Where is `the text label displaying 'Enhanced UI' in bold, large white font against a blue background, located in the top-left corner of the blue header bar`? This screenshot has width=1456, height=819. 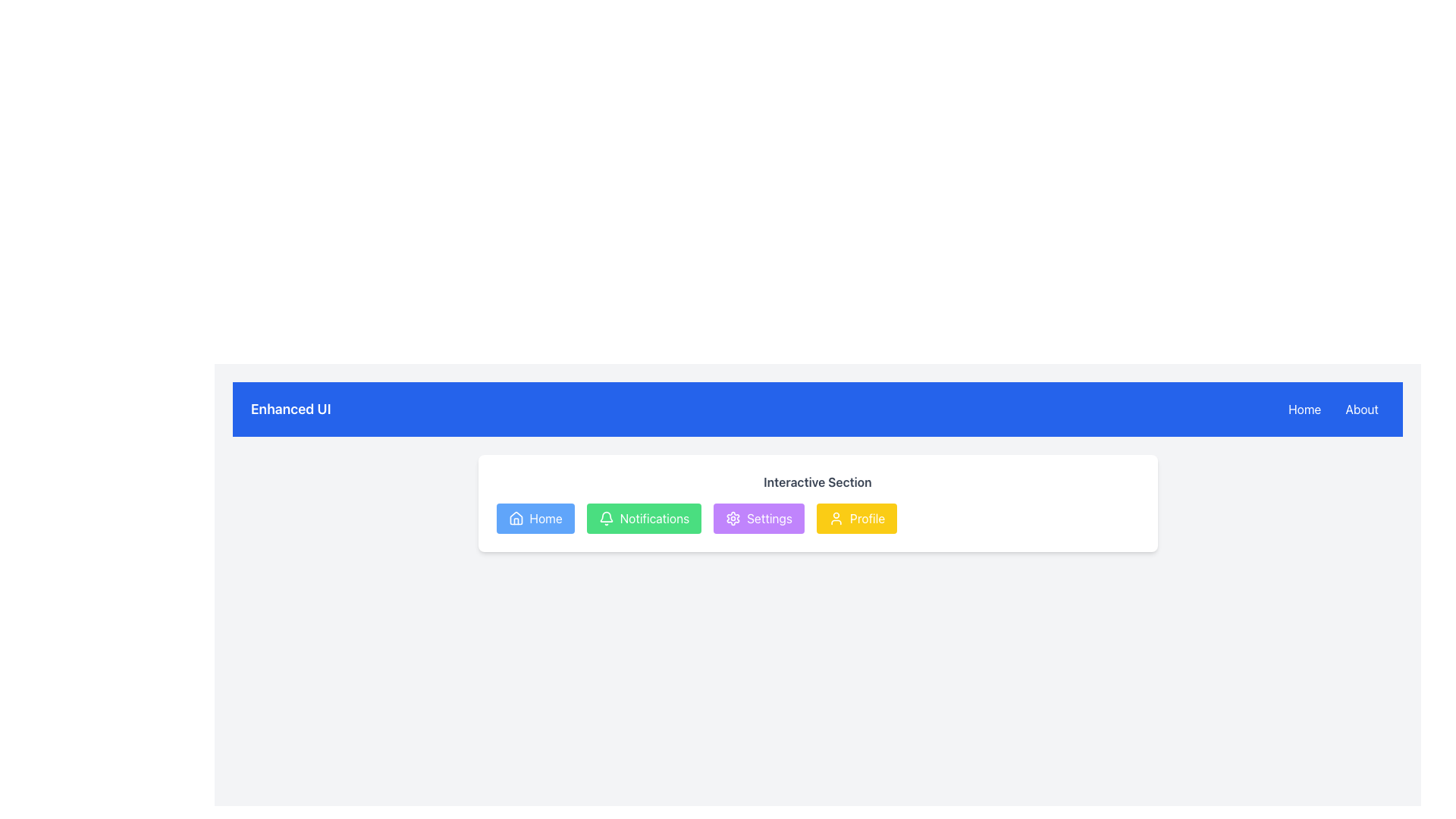 the text label displaying 'Enhanced UI' in bold, large white font against a blue background, located in the top-left corner of the blue header bar is located at coordinates (290, 409).